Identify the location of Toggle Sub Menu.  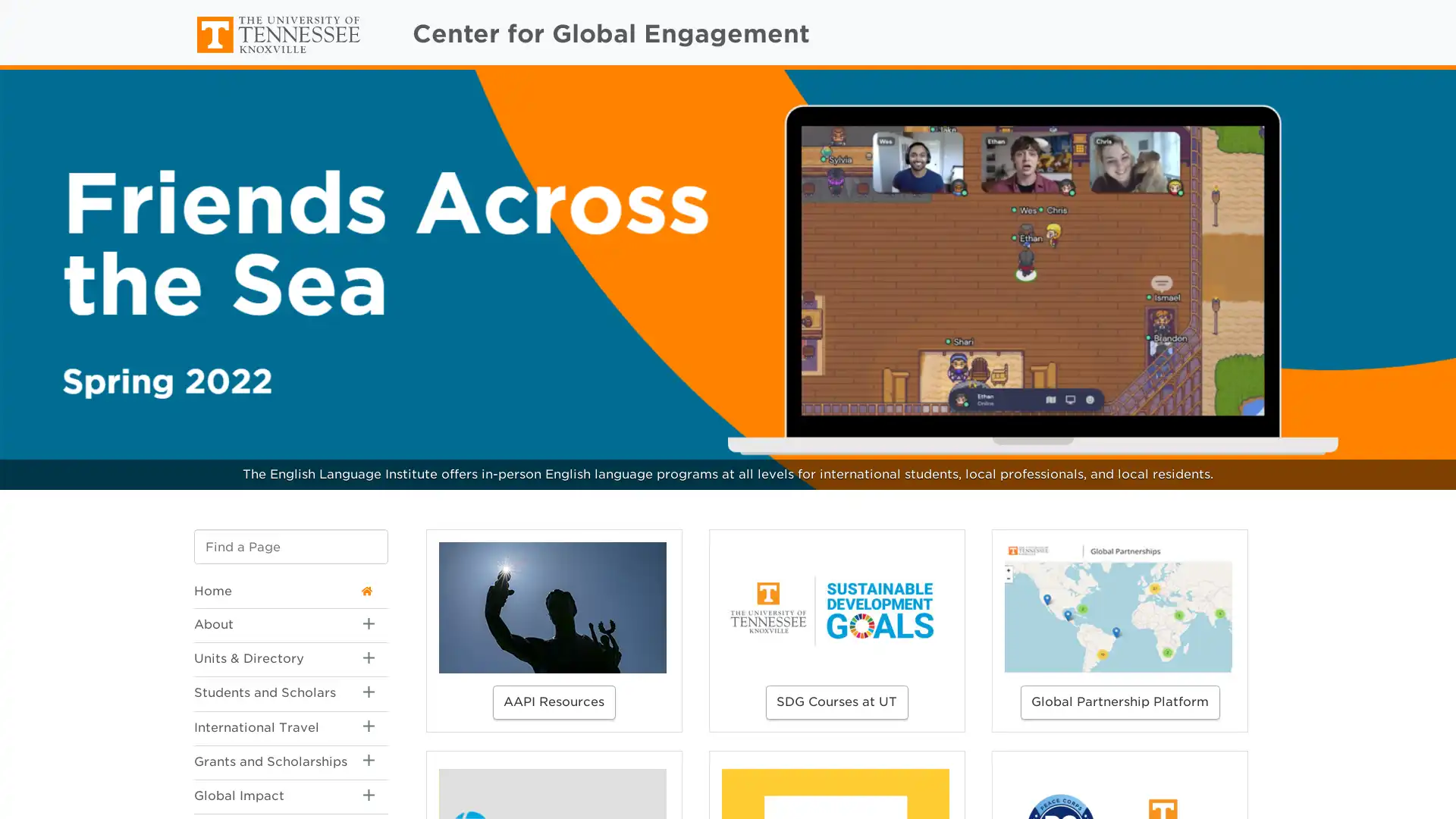
(212, 762).